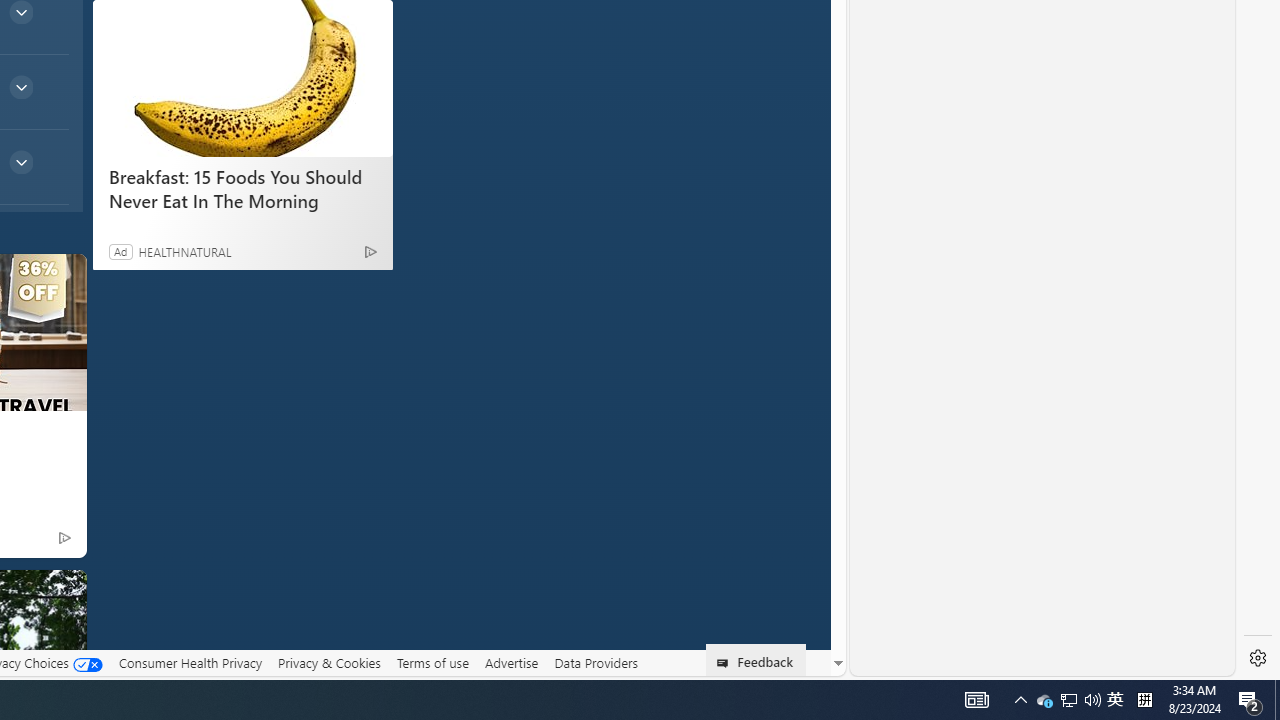 Image resolution: width=1280 pixels, height=720 pixels. Describe the element at coordinates (594, 663) in the screenshot. I see `'Data Providers'` at that location.